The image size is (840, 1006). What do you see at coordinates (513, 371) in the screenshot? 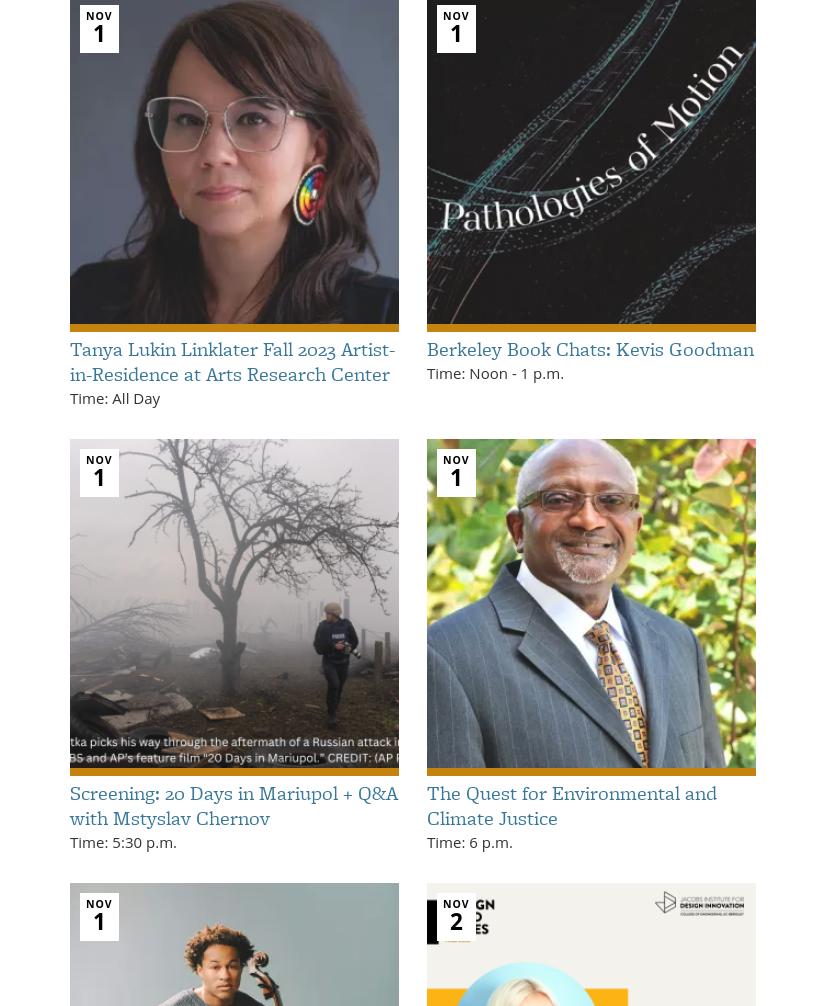
I see `'-'` at bounding box center [513, 371].